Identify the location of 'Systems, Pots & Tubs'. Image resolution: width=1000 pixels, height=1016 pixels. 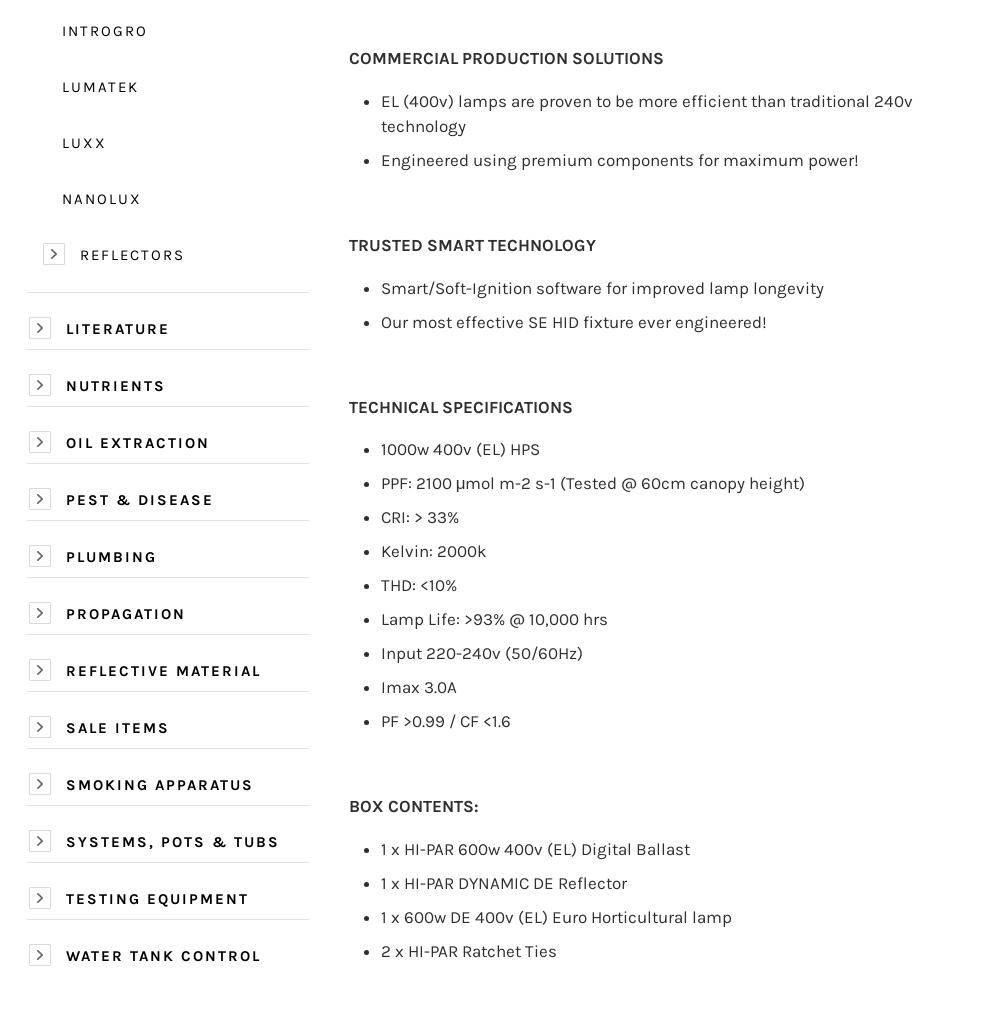
(65, 841).